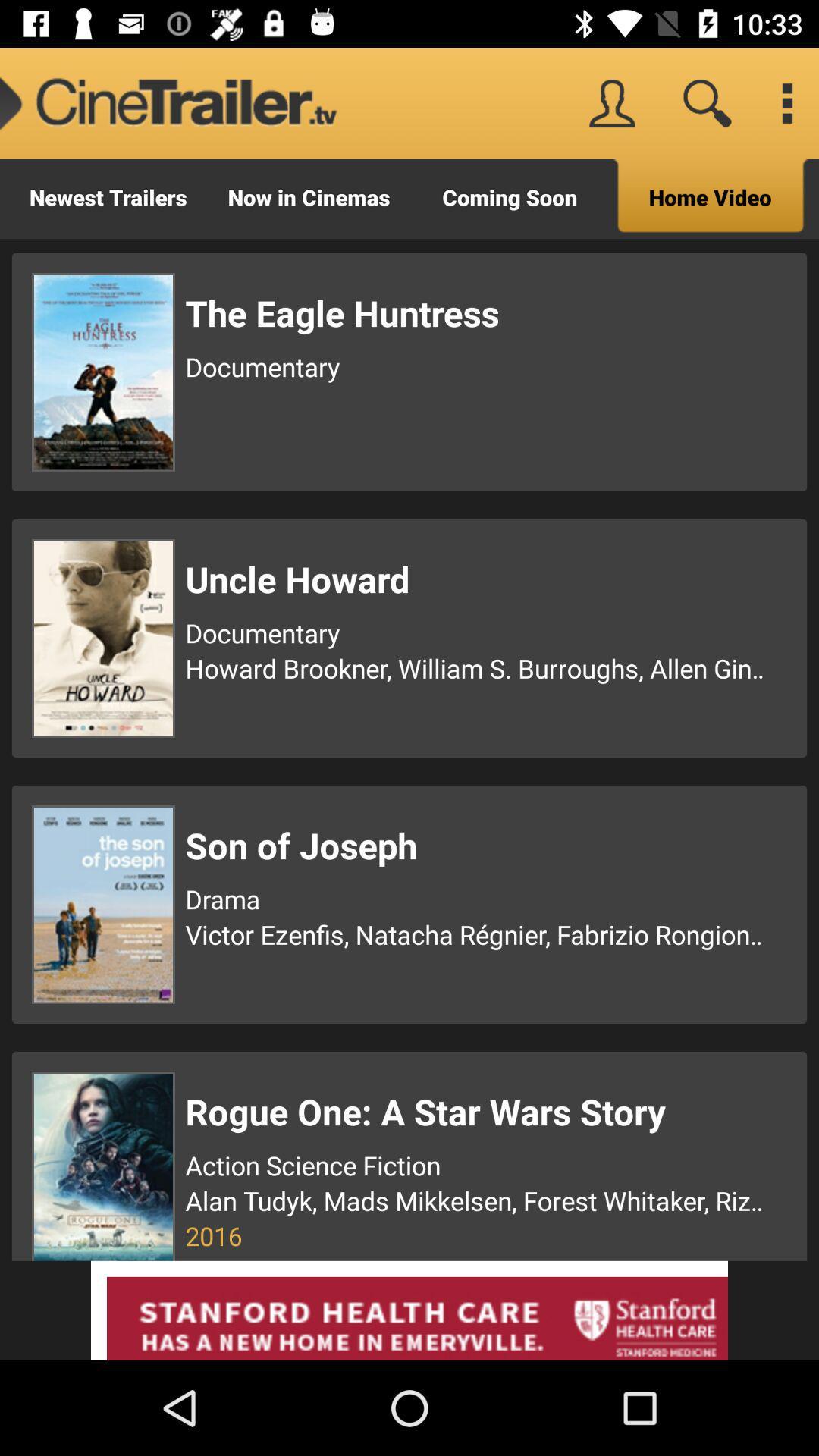 Image resolution: width=819 pixels, height=1456 pixels. What do you see at coordinates (476, 1200) in the screenshot?
I see `alan tudyk mads icon` at bounding box center [476, 1200].